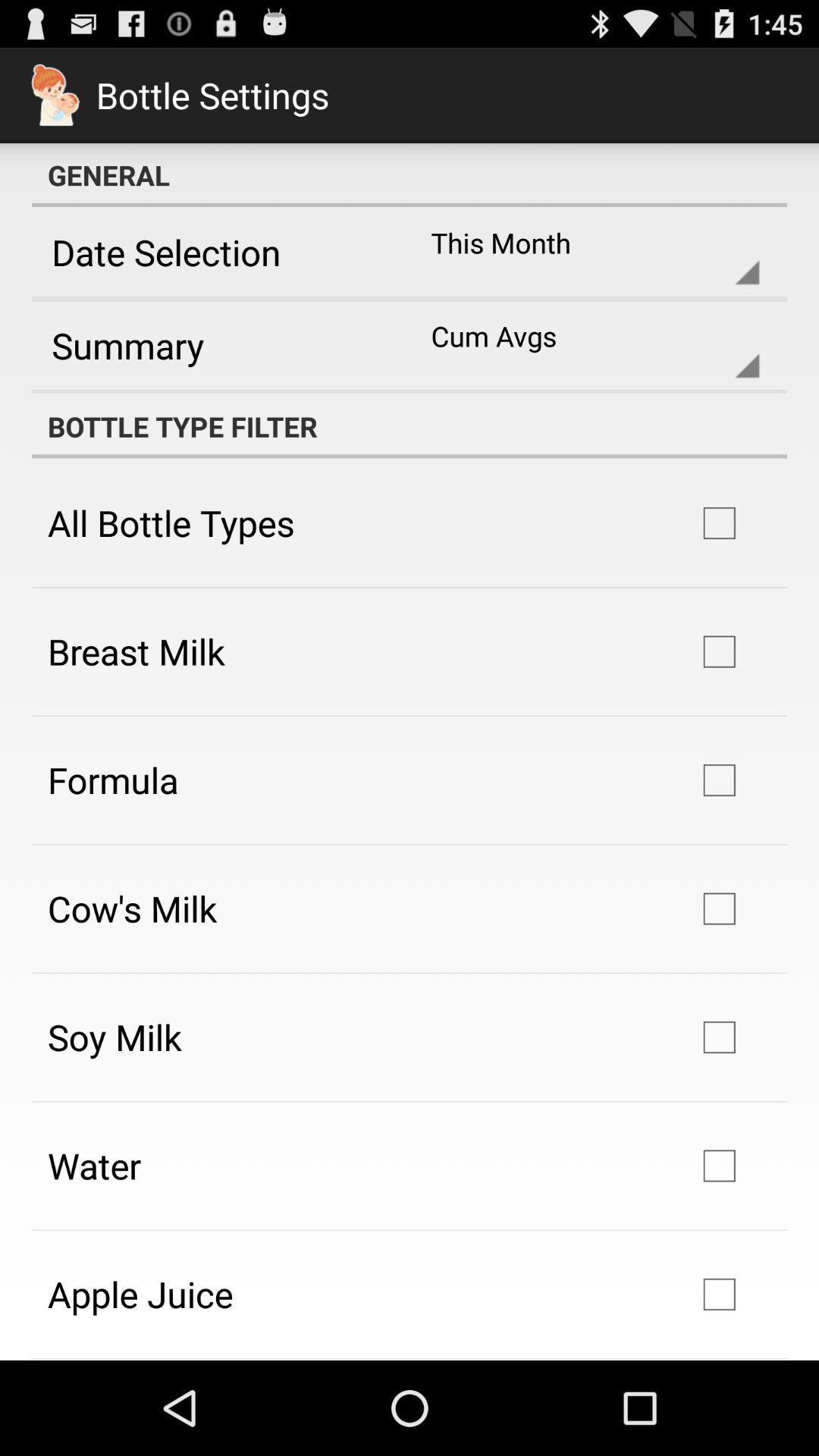  Describe the element at coordinates (409, 425) in the screenshot. I see `the bottle type filter icon` at that location.